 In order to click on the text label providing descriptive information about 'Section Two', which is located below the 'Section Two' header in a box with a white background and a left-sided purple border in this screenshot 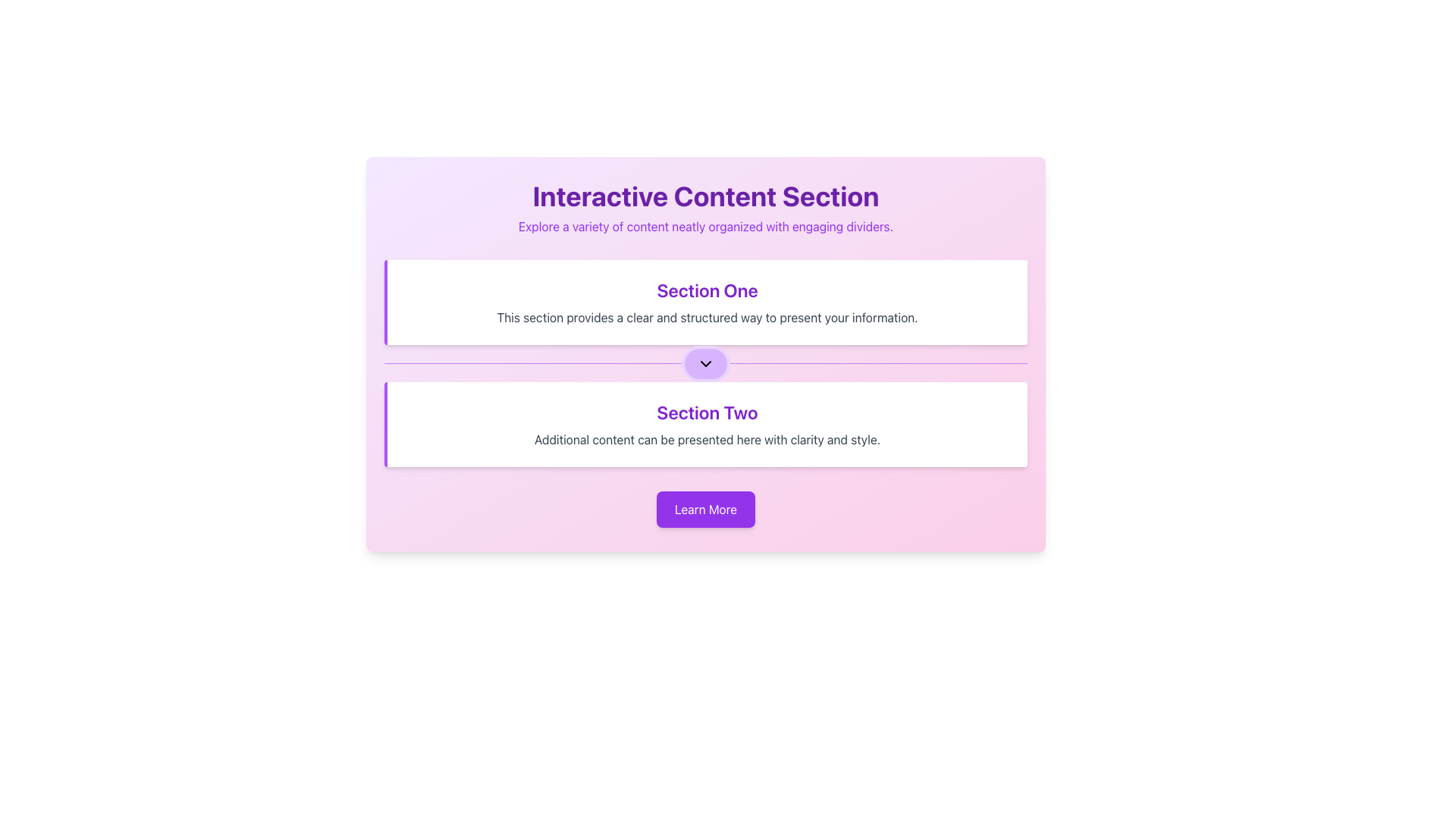, I will do `click(706, 439)`.